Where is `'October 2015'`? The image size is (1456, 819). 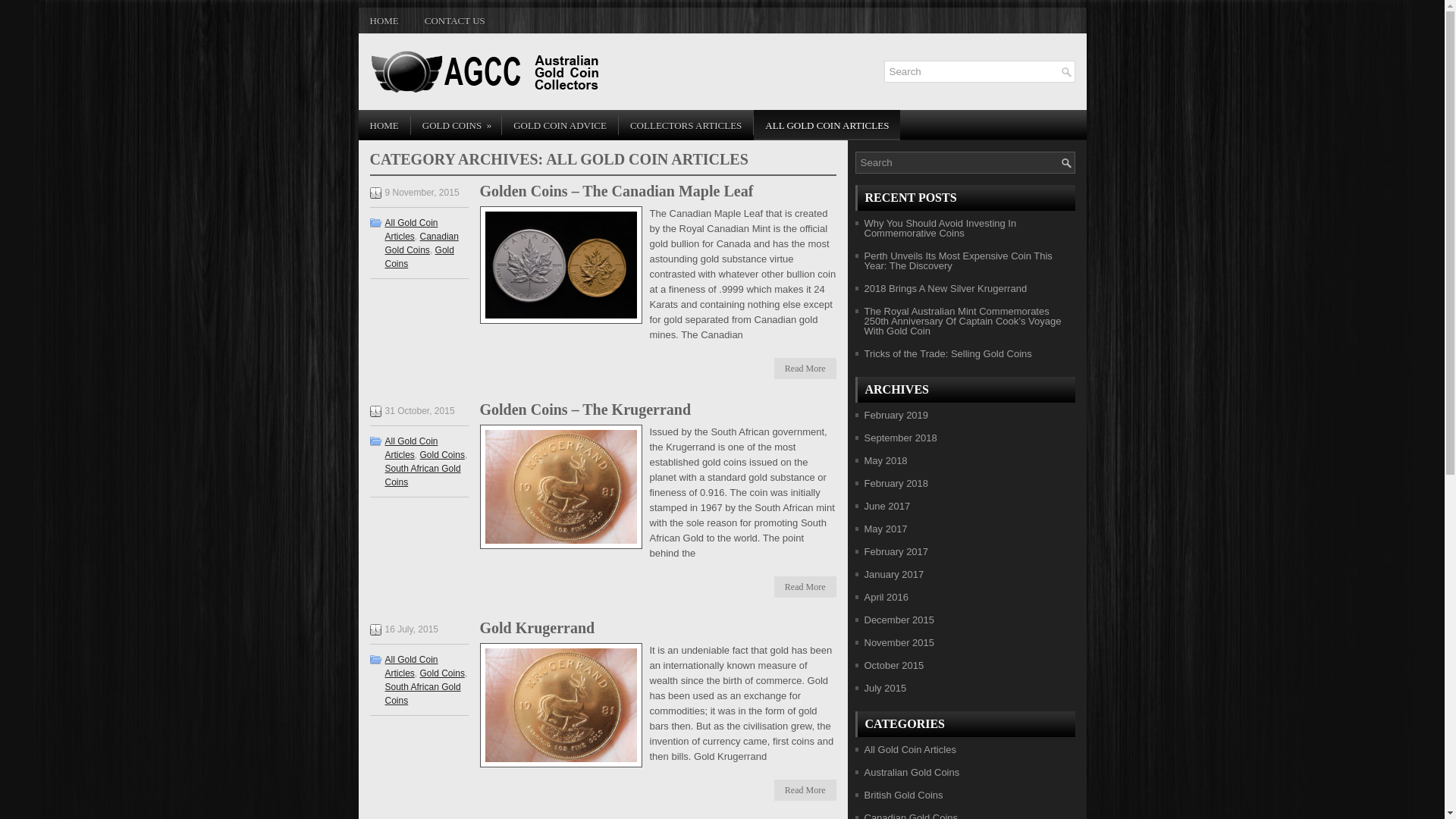 'October 2015' is located at coordinates (894, 664).